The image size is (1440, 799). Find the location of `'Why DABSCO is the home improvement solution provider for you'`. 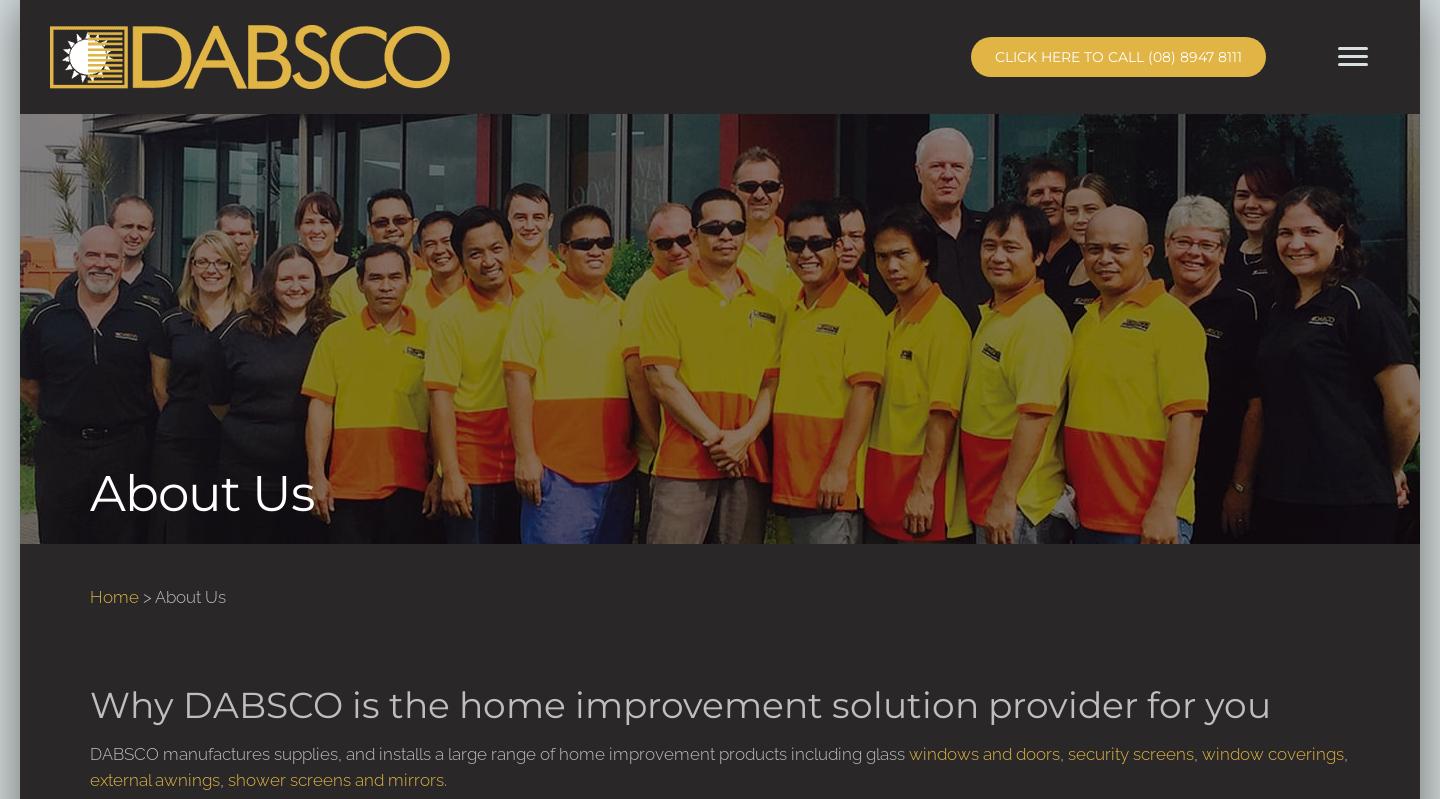

'Why DABSCO is the home improvement solution provider for you' is located at coordinates (680, 705).